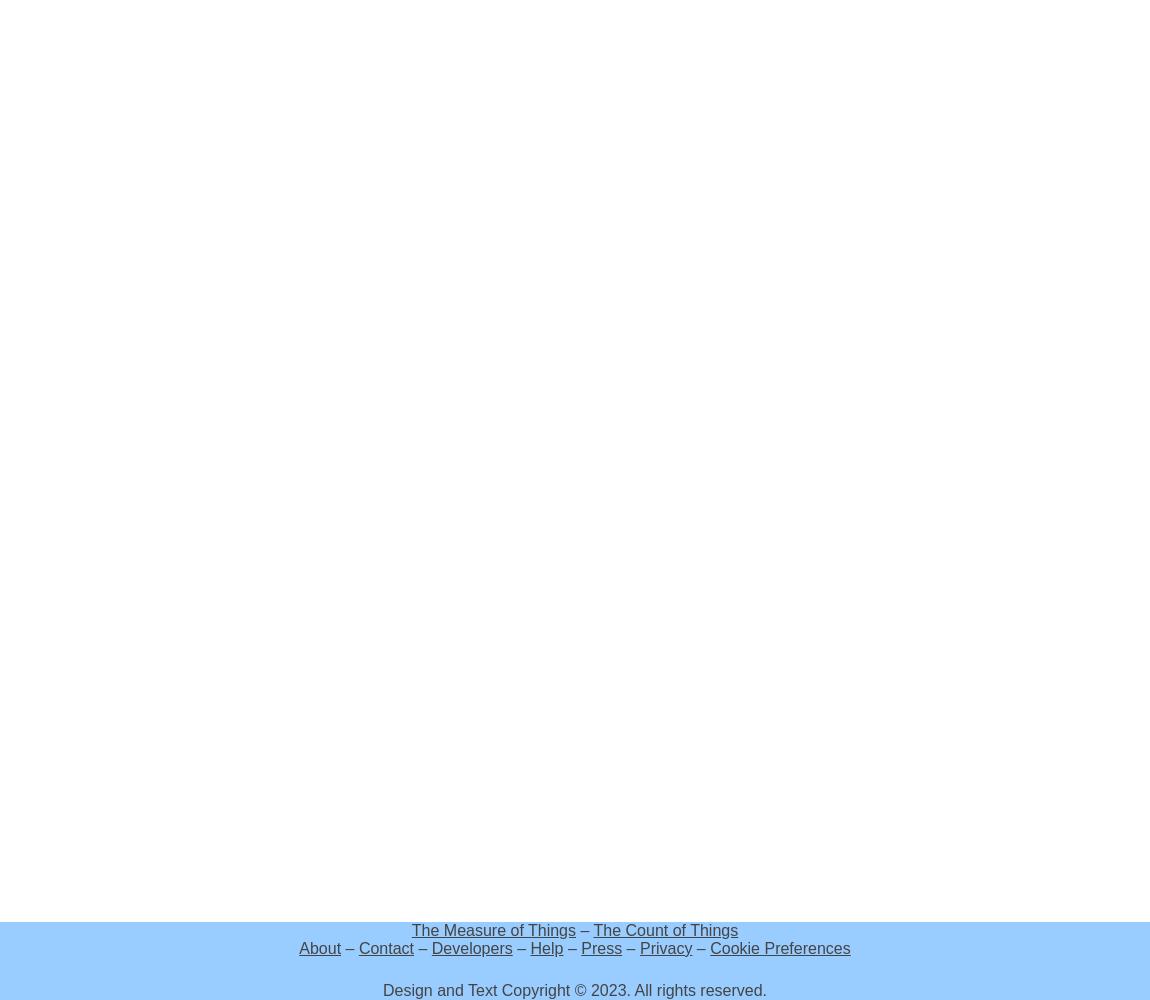 The width and height of the screenshot is (1150, 1000). Describe the element at coordinates (664, 930) in the screenshot. I see `'The Count of Things'` at that location.